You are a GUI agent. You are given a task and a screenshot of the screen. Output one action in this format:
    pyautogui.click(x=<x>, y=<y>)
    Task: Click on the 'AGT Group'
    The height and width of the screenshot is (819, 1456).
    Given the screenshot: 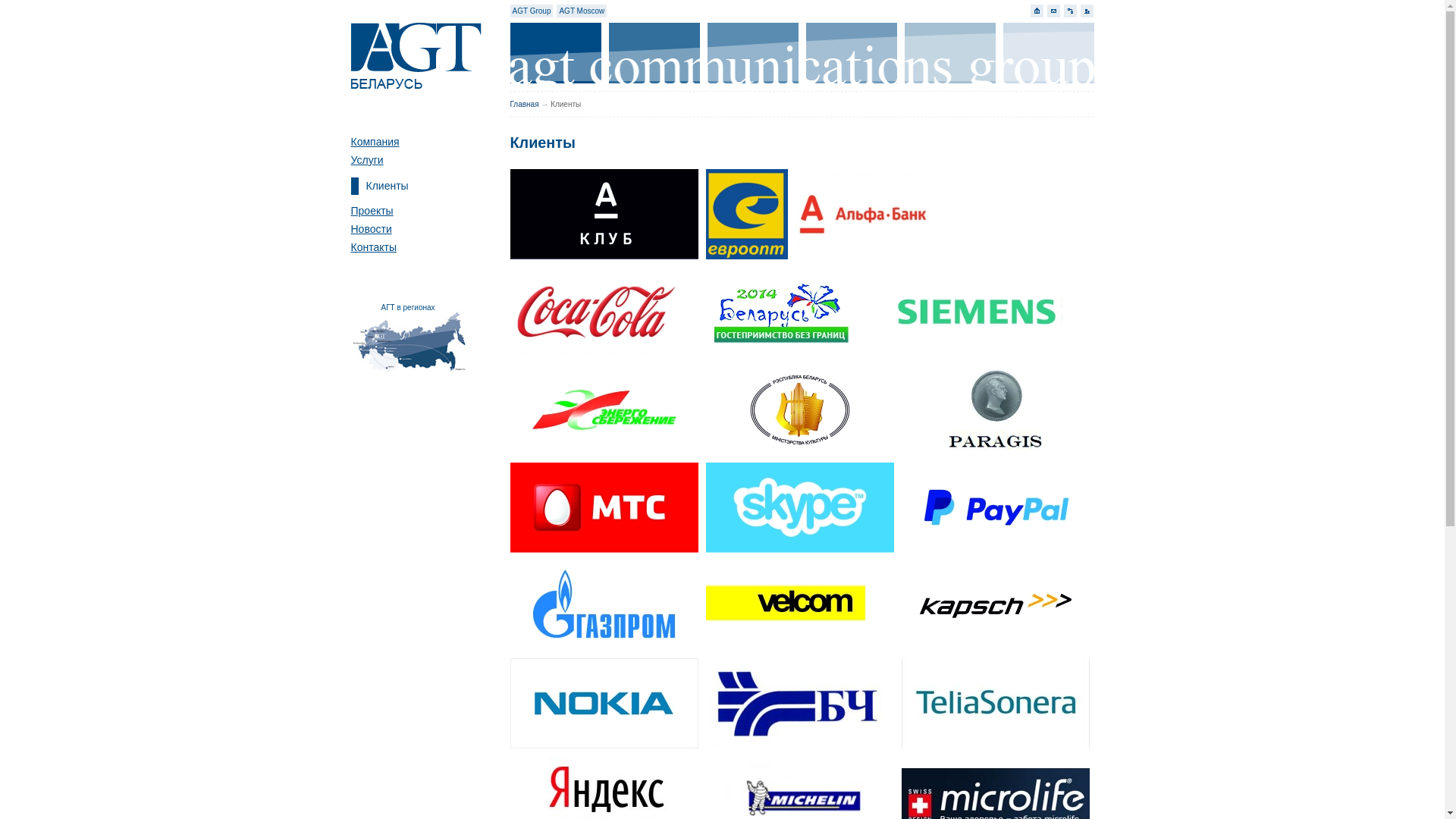 What is the action you would take?
    pyautogui.click(x=532, y=11)
    